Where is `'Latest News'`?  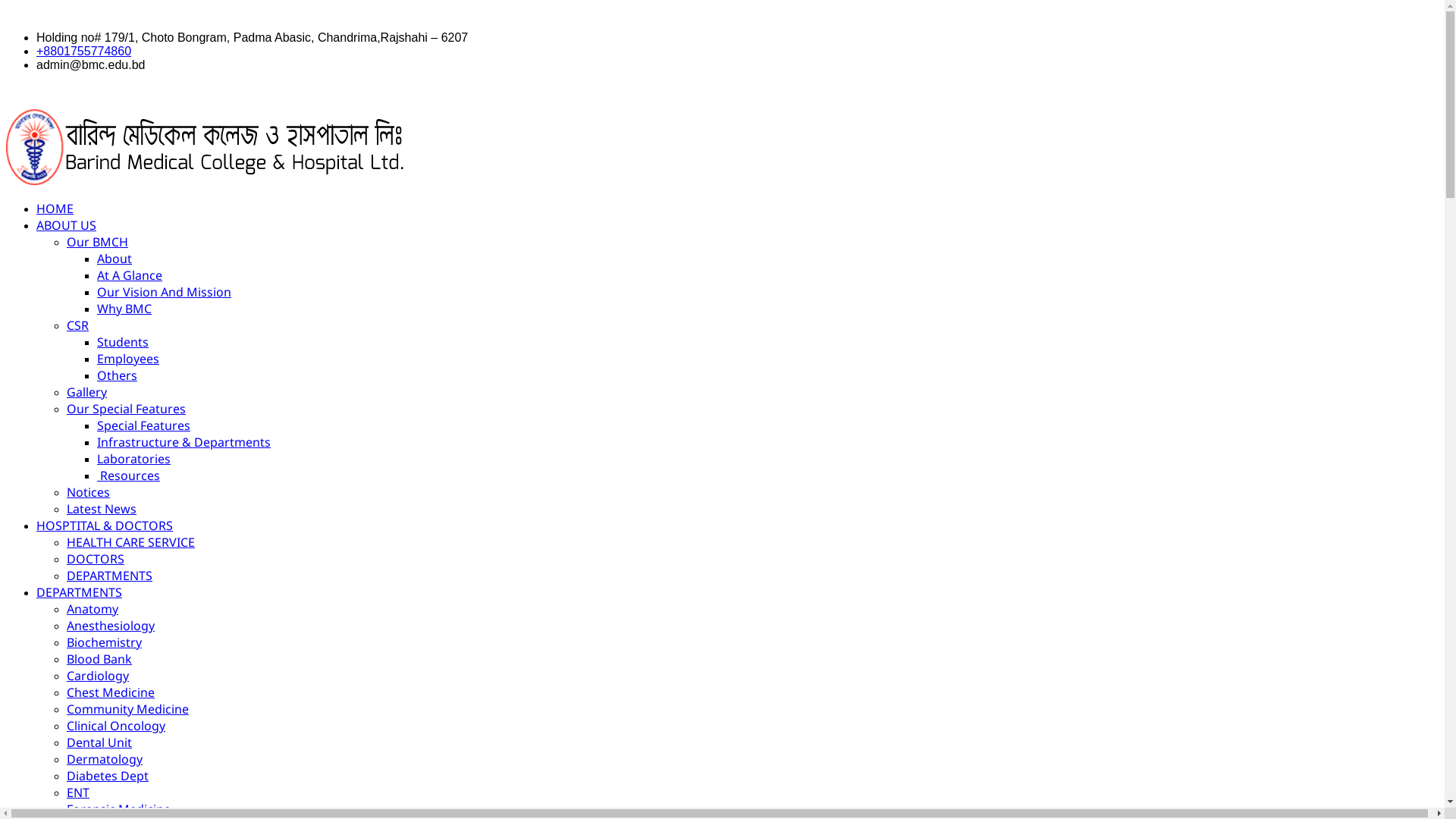
'Latest News' is located at coordinates (101, 509).